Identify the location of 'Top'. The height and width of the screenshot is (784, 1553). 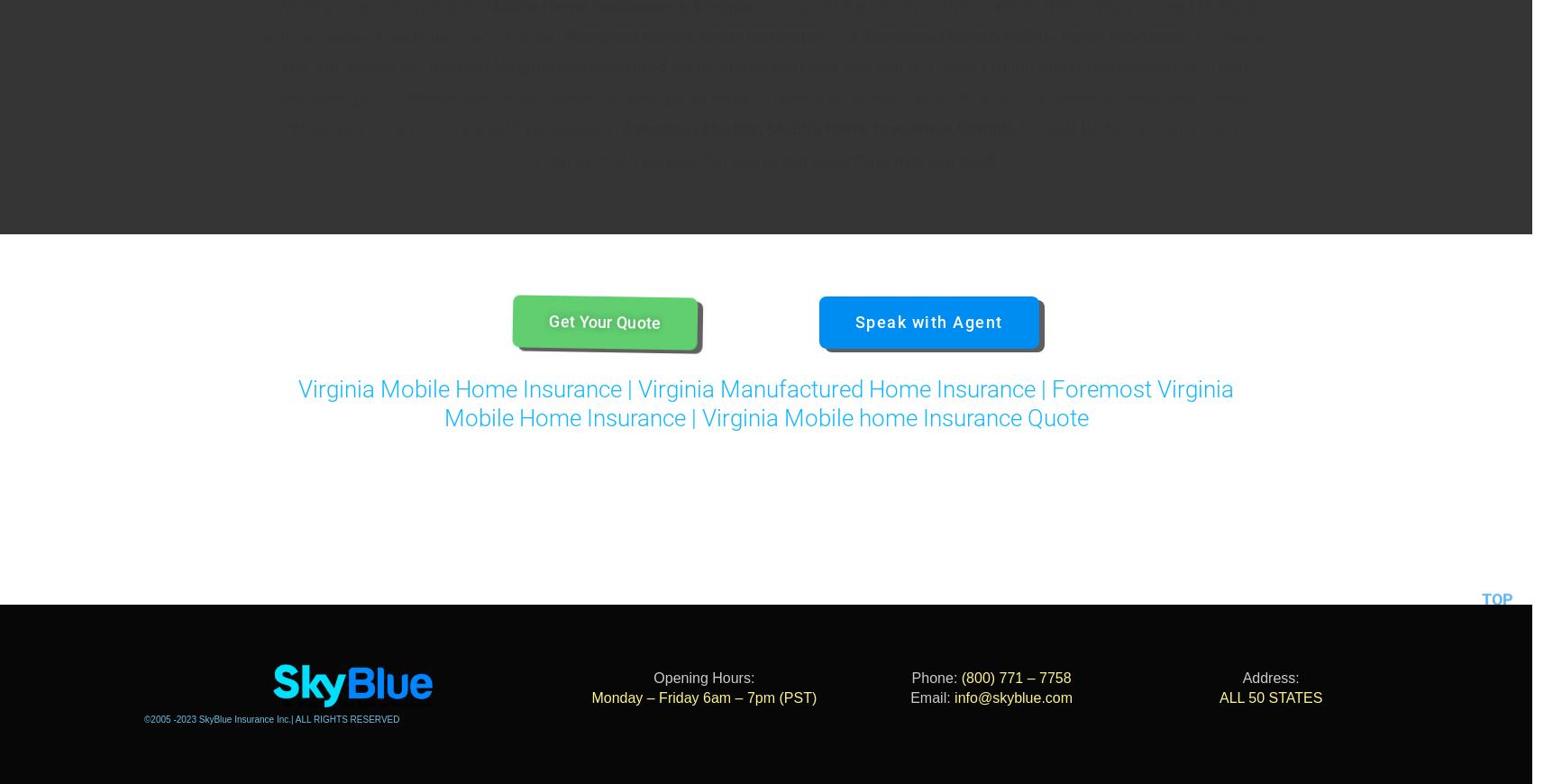
(1496, 570).